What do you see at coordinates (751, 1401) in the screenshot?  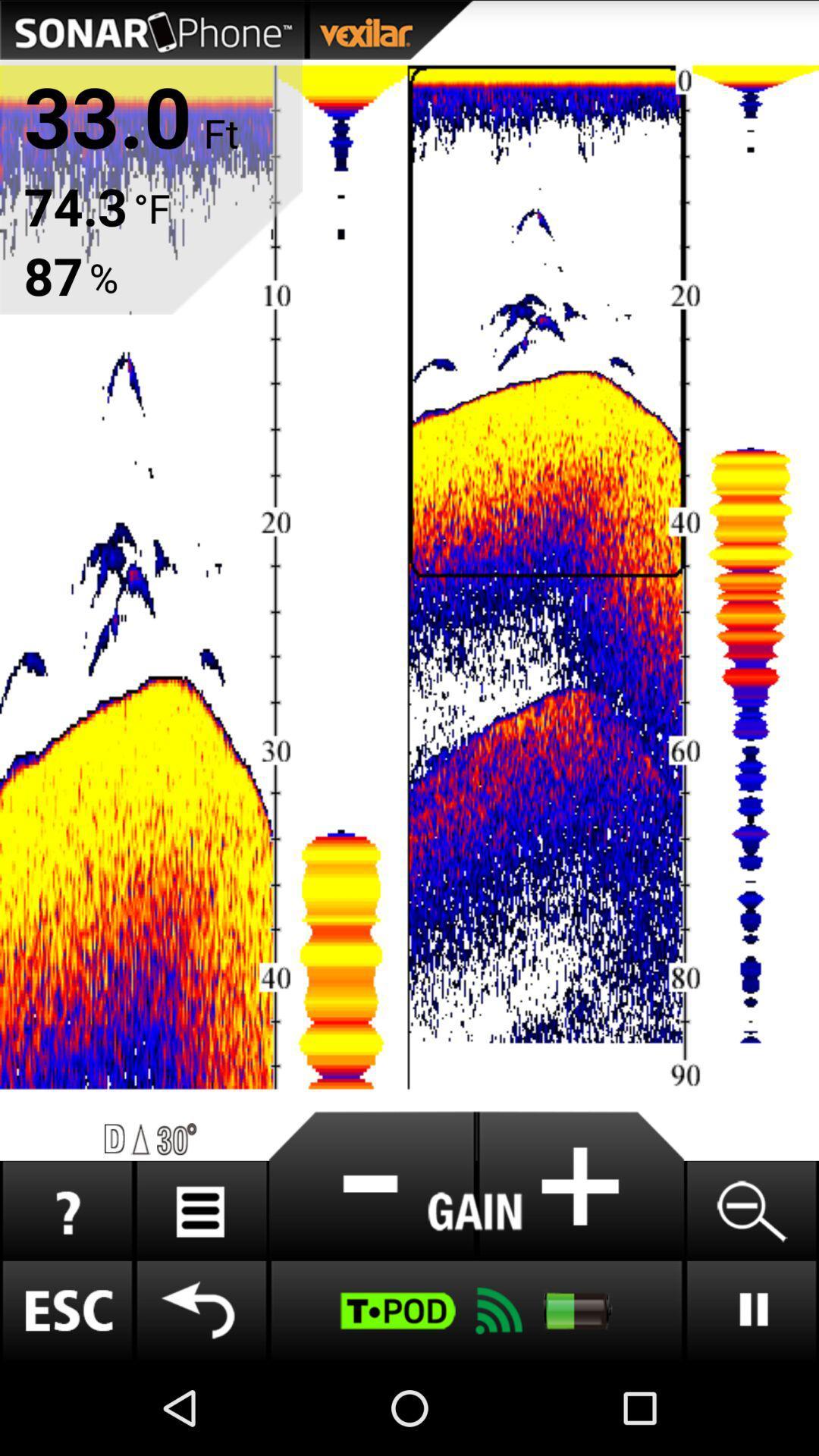 I see `the pause icon` at bounding box center [751, 1401].